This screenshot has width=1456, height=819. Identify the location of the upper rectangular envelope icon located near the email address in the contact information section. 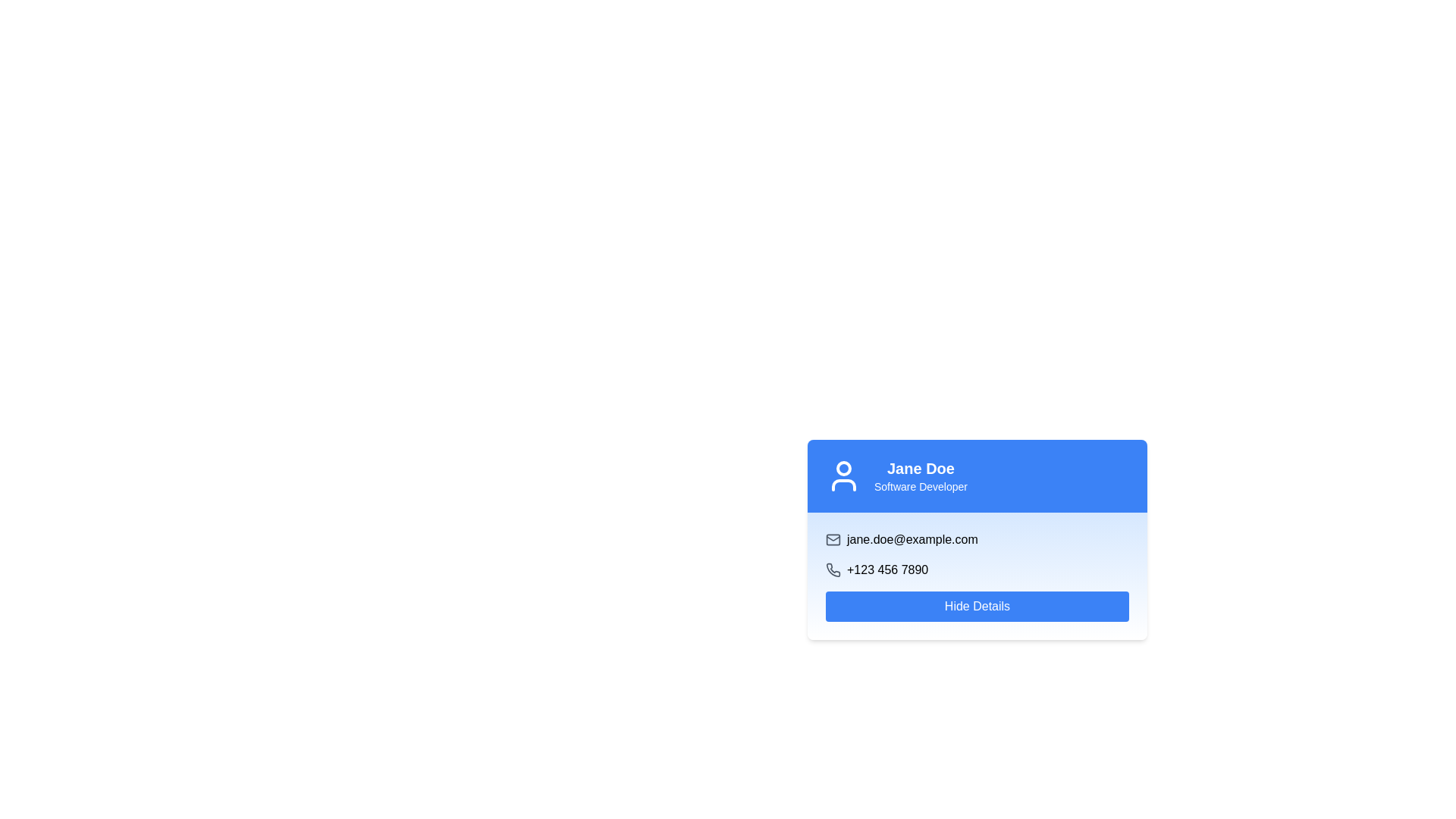
(833, 539).